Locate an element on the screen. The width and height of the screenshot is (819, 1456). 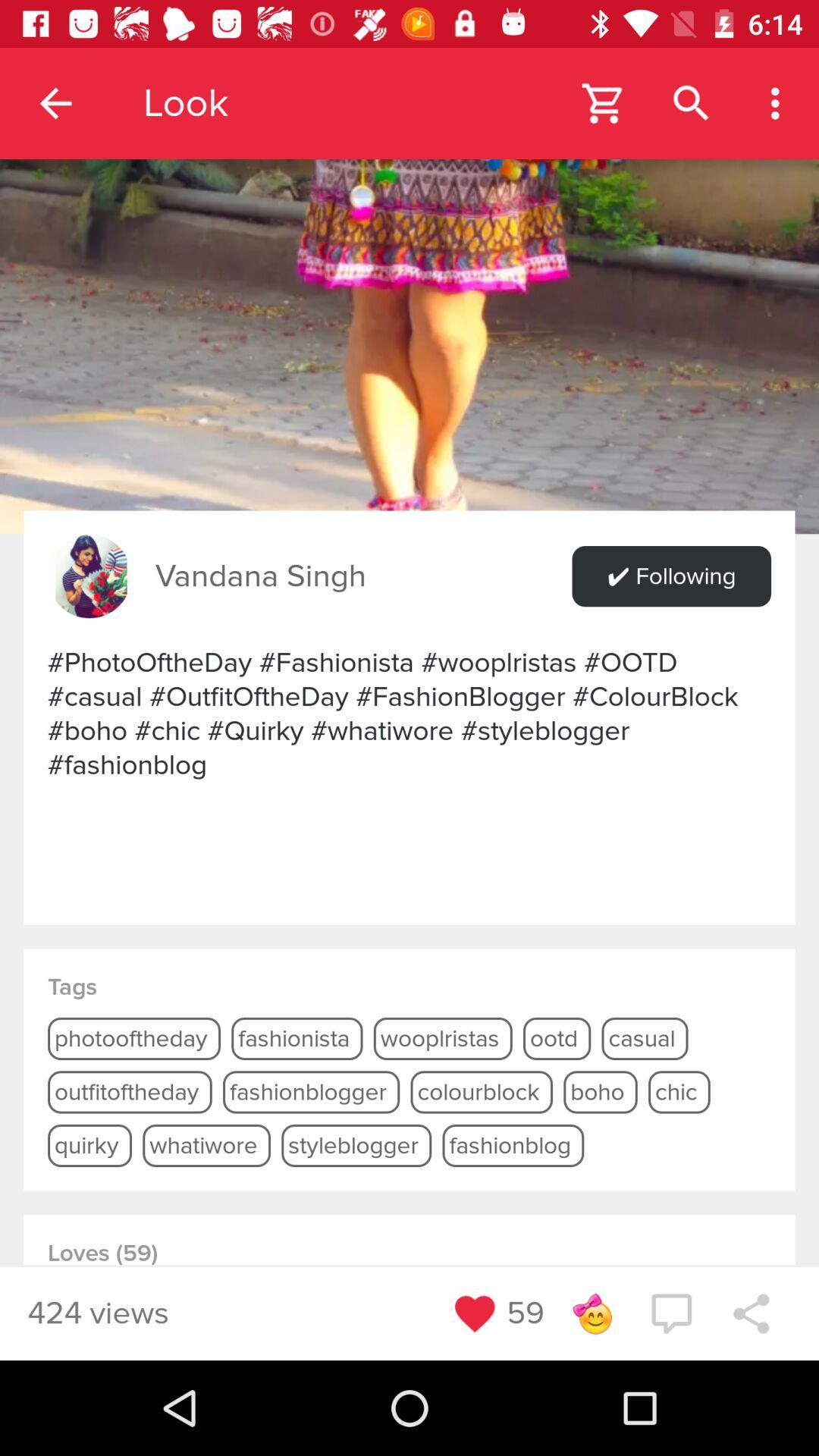
the icon next to the vandana singh item is located at coordinates (89, 576).